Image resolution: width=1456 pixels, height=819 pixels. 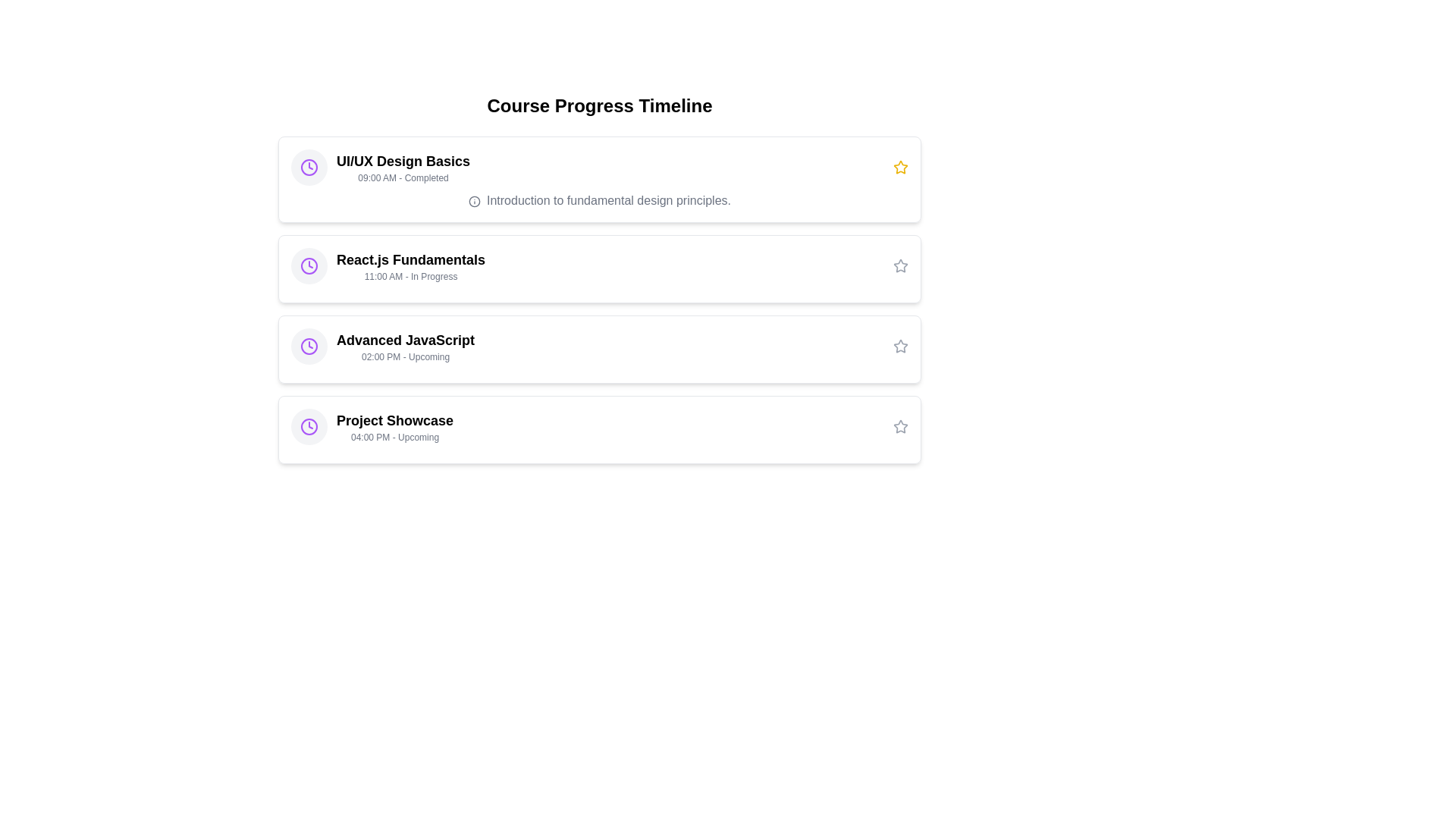 I want to click on the text label displaying 'Advanced JavaScript' and its subtitle '02:00 PM - Upcoming', which is the third item in the course progress timeline, so click(x=406, y=346).